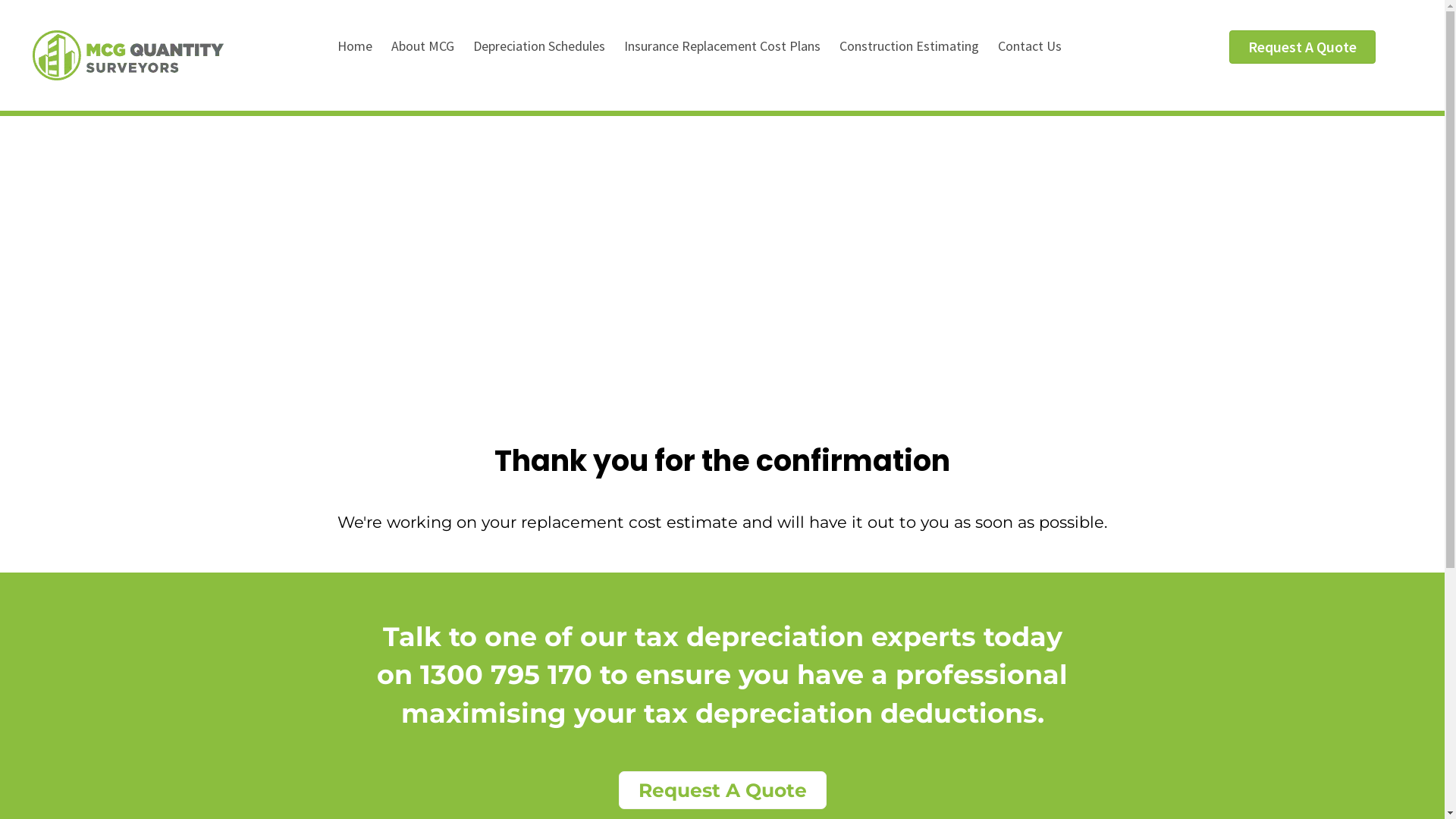  What do you see at coordinates (548, 44) in the screenshot?
I see `'Depreciation Schedules'` at bounding box center [548, 44].